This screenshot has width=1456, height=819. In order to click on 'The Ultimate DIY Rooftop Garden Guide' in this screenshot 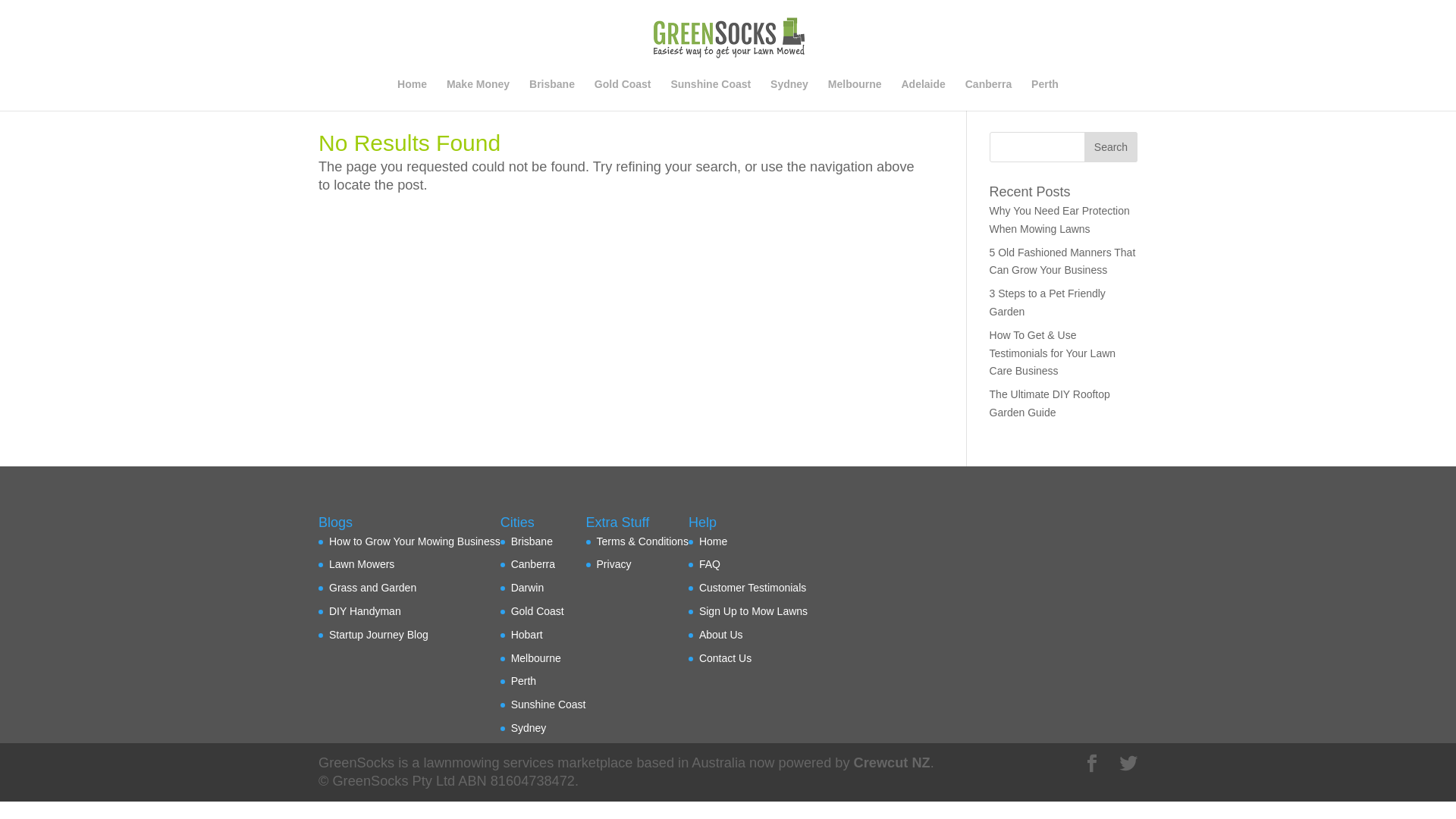, I will do `click(1049, 403)`.